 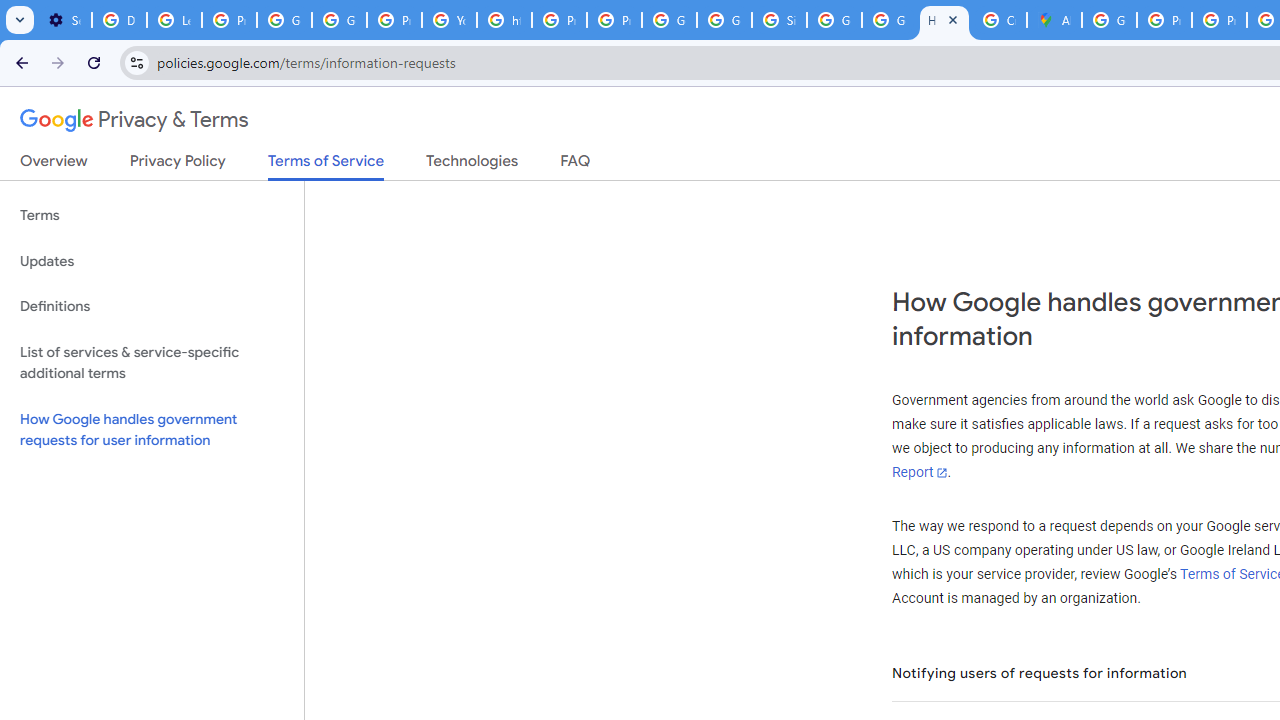 What do you see at coordinates (504, 20) in the screenshot?
I see `'https://scholar.google.com/'` at bounding box center [504, 20].